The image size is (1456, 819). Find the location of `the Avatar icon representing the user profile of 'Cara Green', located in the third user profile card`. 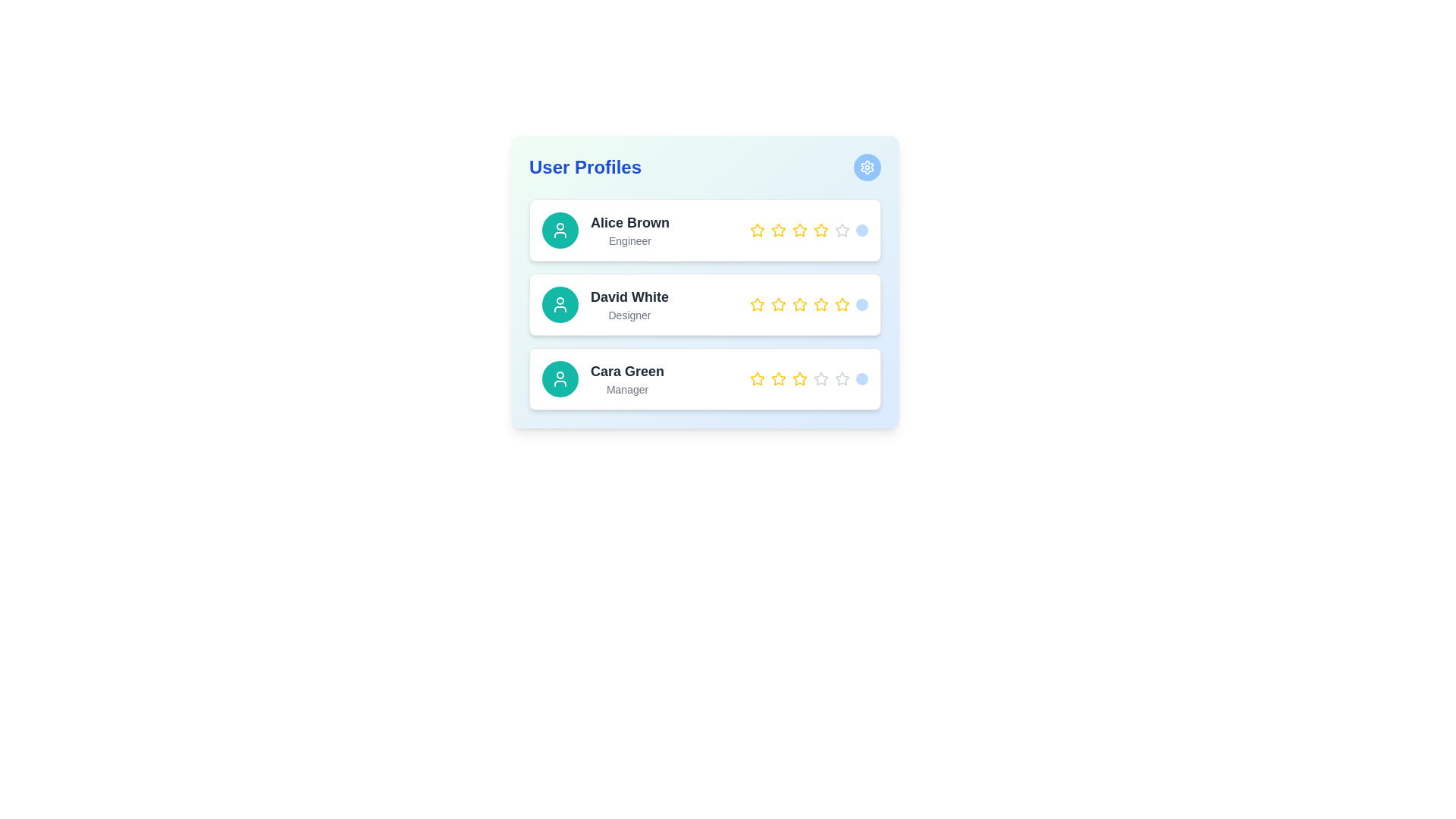

the Avatar icon representing the user profile of 'Cara Green', located in the third user profile card is located at coordinates (560, 378).